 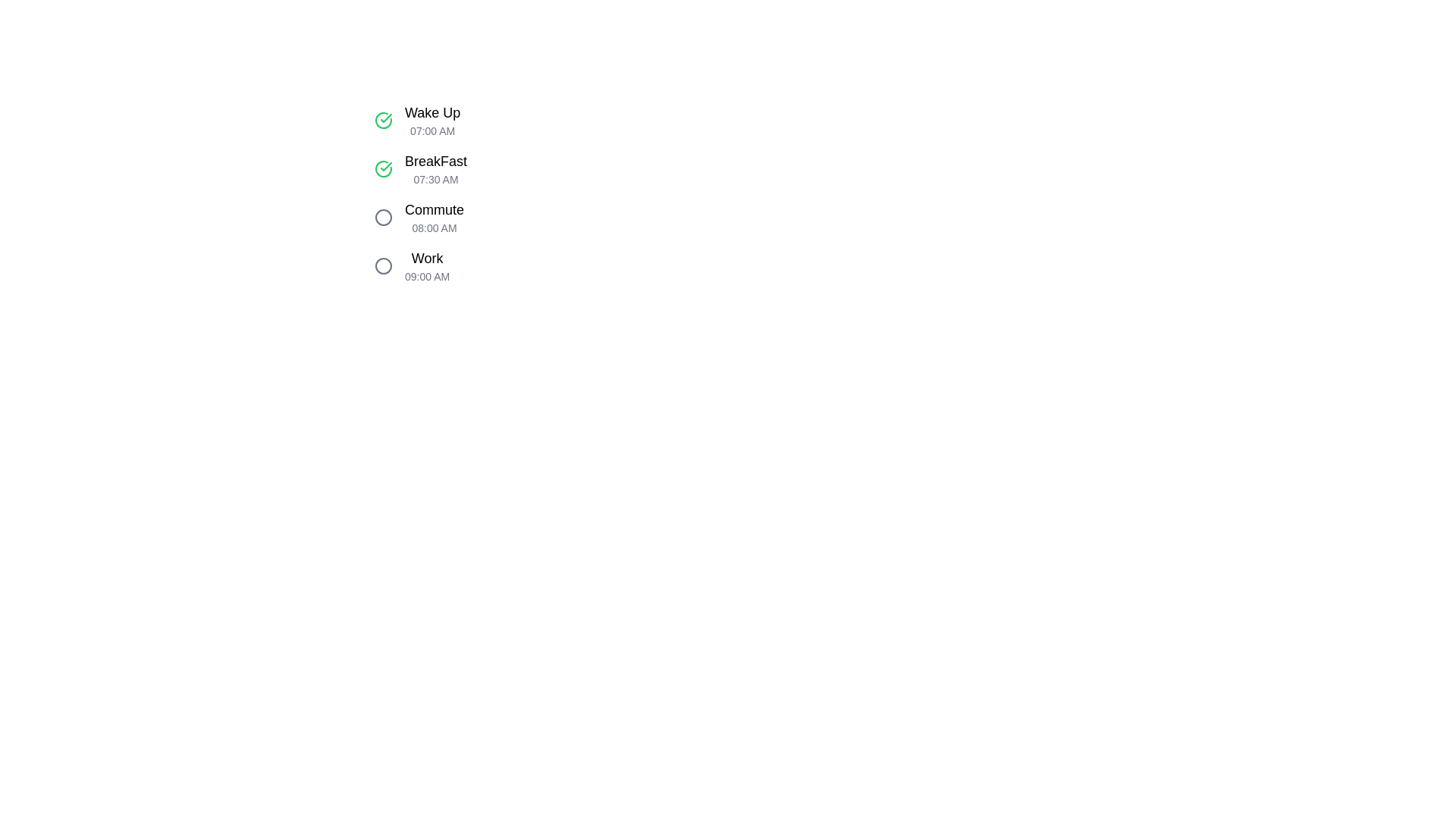 I want to click on the status icon for the 'Work' task, which is located to the left of the text 'Work' and is the fourth icon, so click(x=383, y=265).